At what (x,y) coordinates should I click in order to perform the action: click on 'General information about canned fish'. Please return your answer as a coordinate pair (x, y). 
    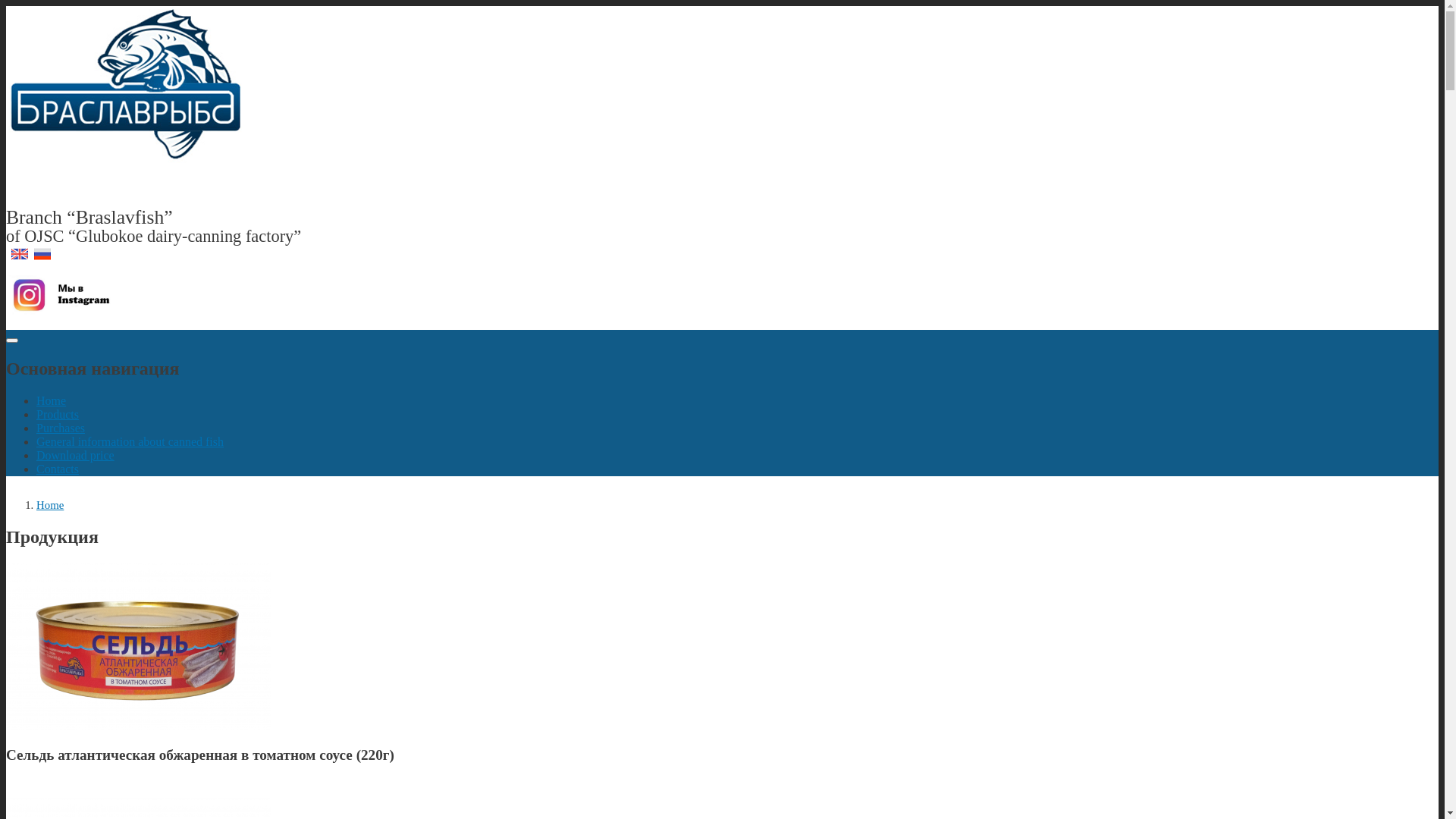
    Looking at the image, I should click on (130, 441).